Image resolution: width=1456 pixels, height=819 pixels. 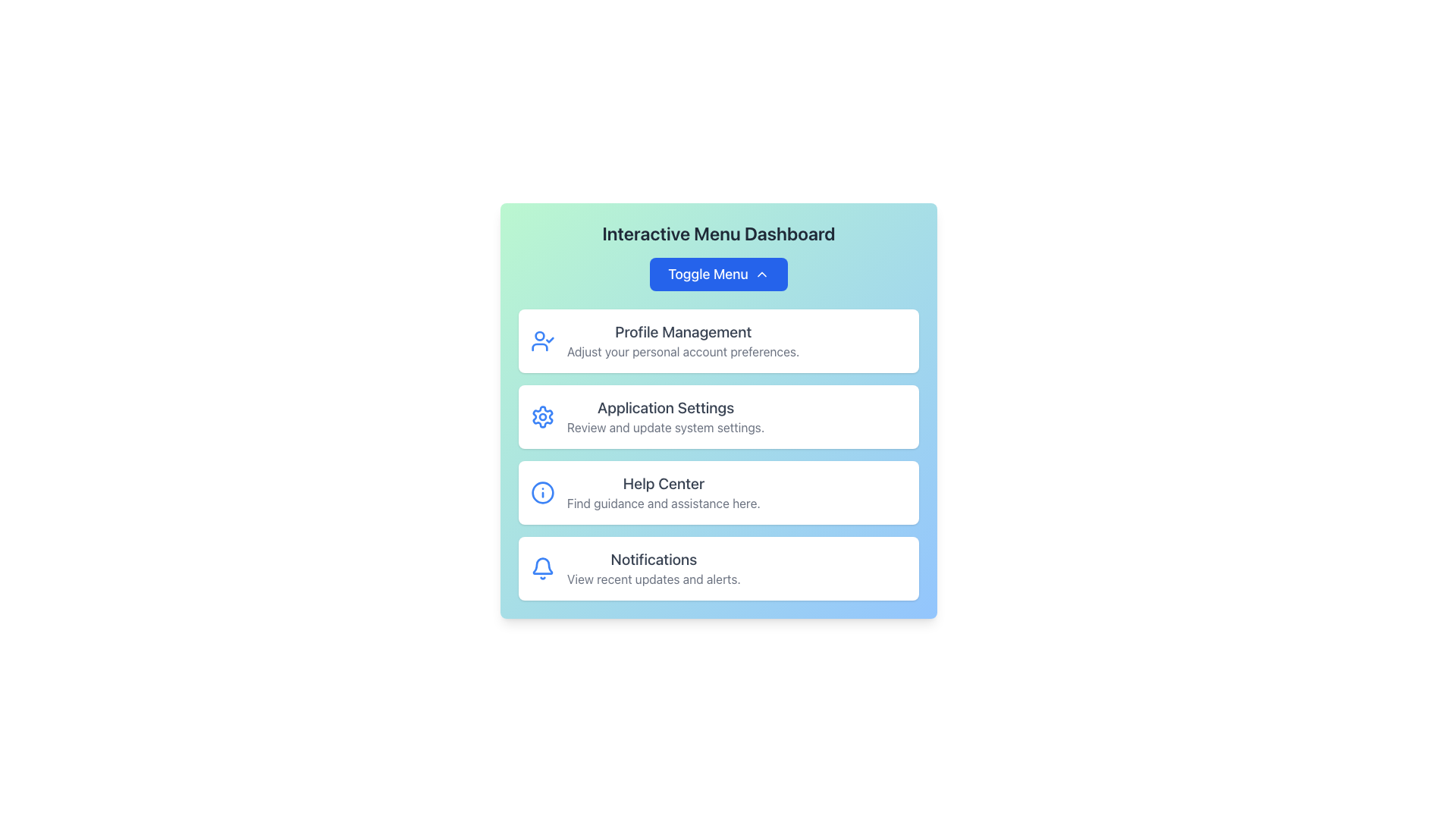 What do you see at coordinates (542, 341) in the screenshot?
I see `the 'Profile Management' icon located on the left side of the topmost card in the vertical stack of options` at bounding box center [542, 341].